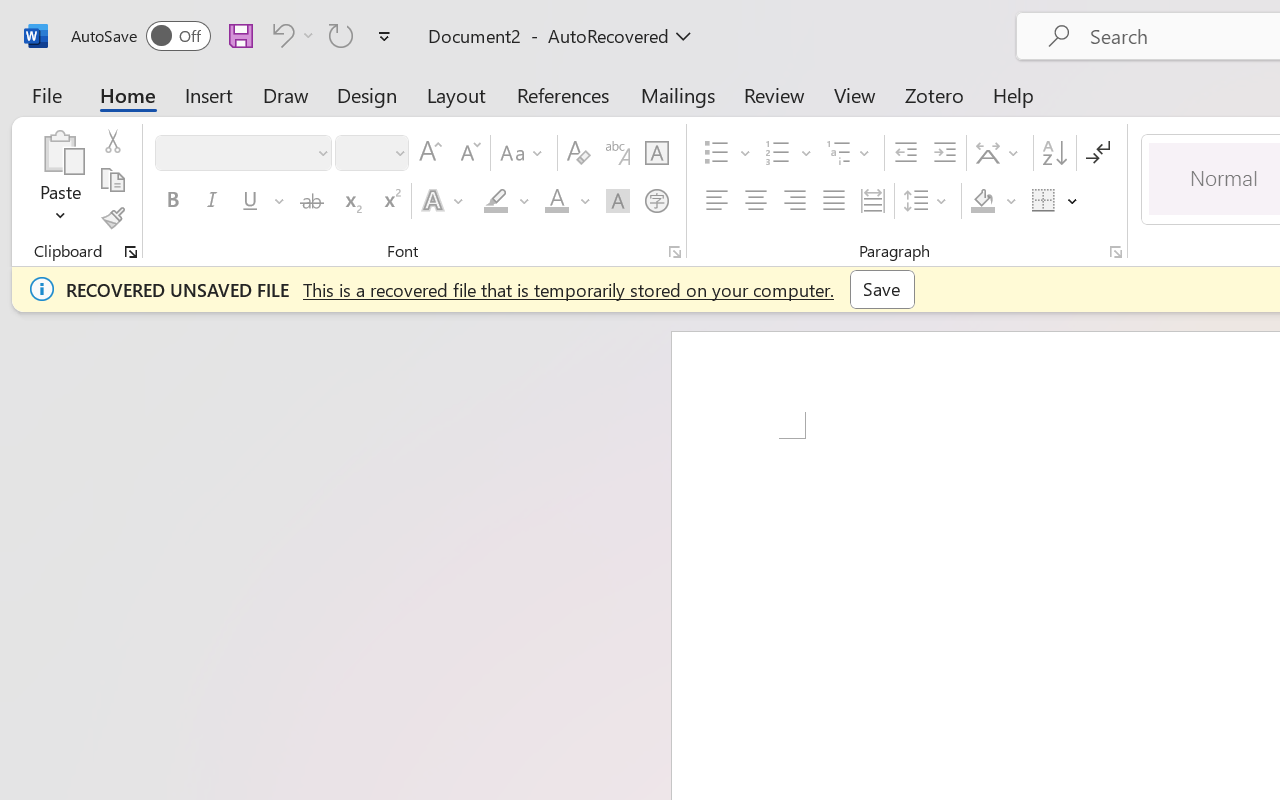 This screenshot has height=800, width=1280. I want to click on 'Can', so click(279, 34).